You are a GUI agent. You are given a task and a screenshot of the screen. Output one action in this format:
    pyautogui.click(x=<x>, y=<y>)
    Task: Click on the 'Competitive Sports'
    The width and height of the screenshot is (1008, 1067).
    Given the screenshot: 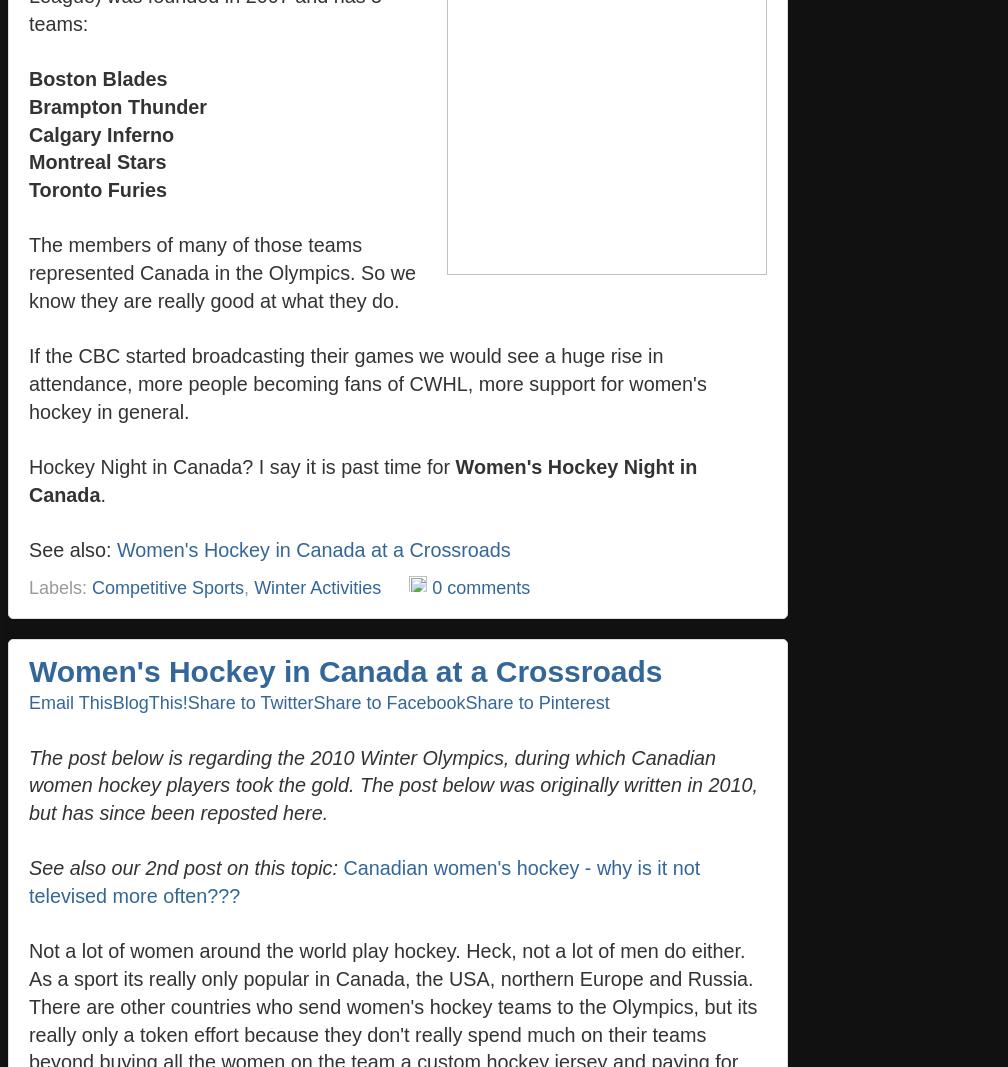 What is the action you would take?
    pyautogui.click(x=168, y=586)
    